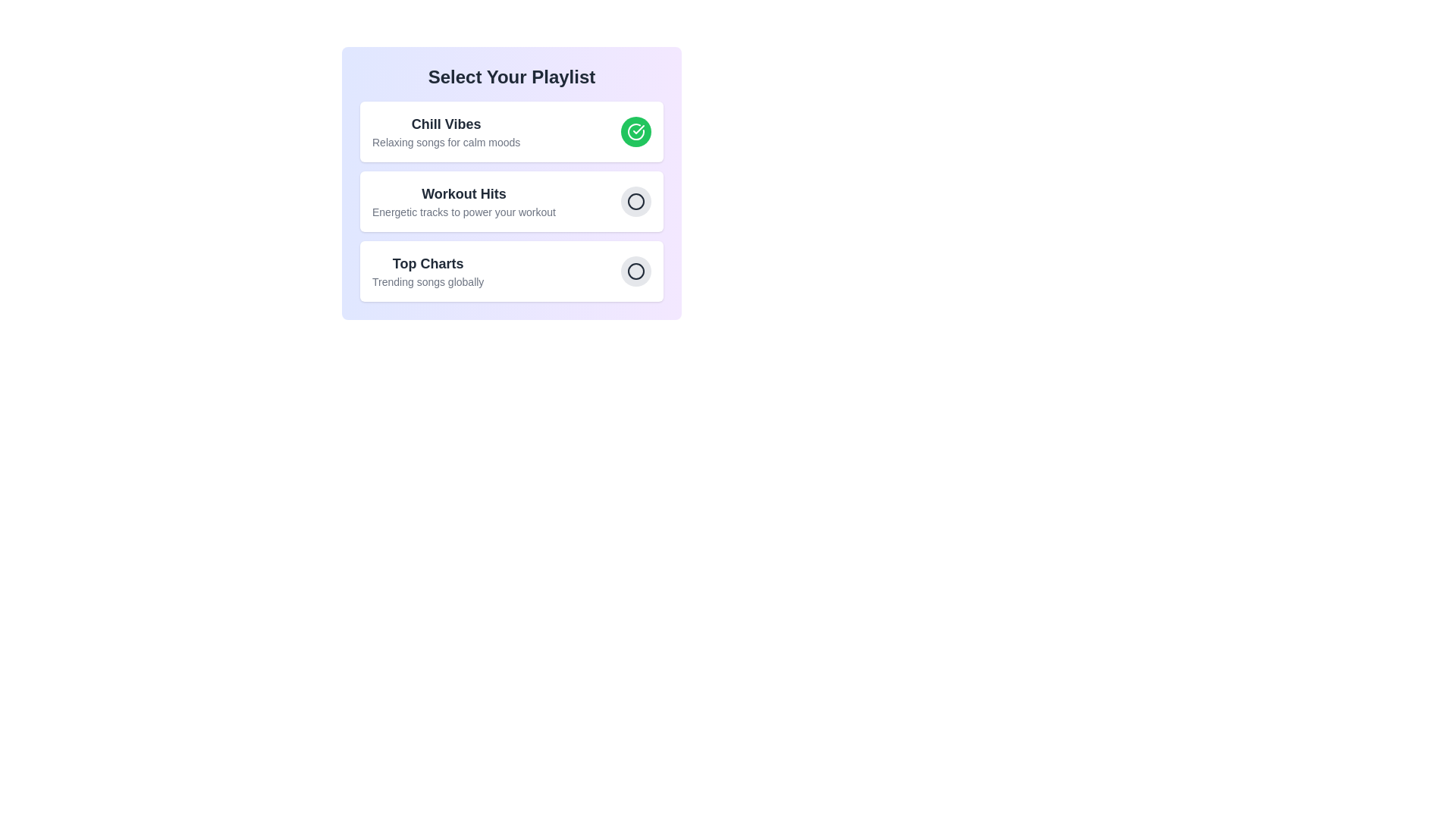 The width and height of the screenshot is (1456, 819). Describe the element at coordinates (463, 193) in the screenshot. I see `the title text of the playlist Workout Hits` at that location.